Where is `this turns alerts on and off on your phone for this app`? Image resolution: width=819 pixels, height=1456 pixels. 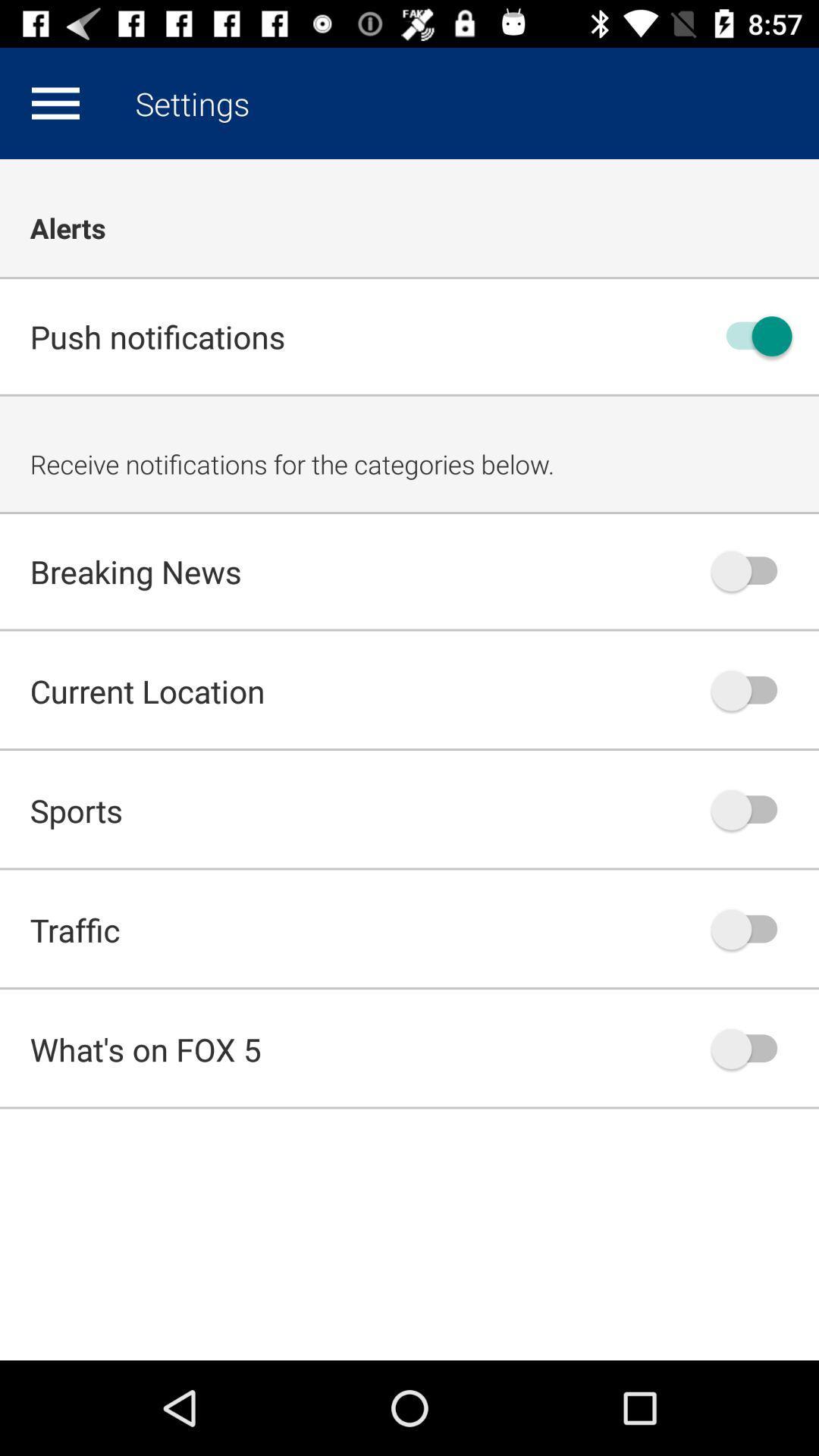 this turns alerts on and off on your phone for this app is located at coordinates (752, 335).